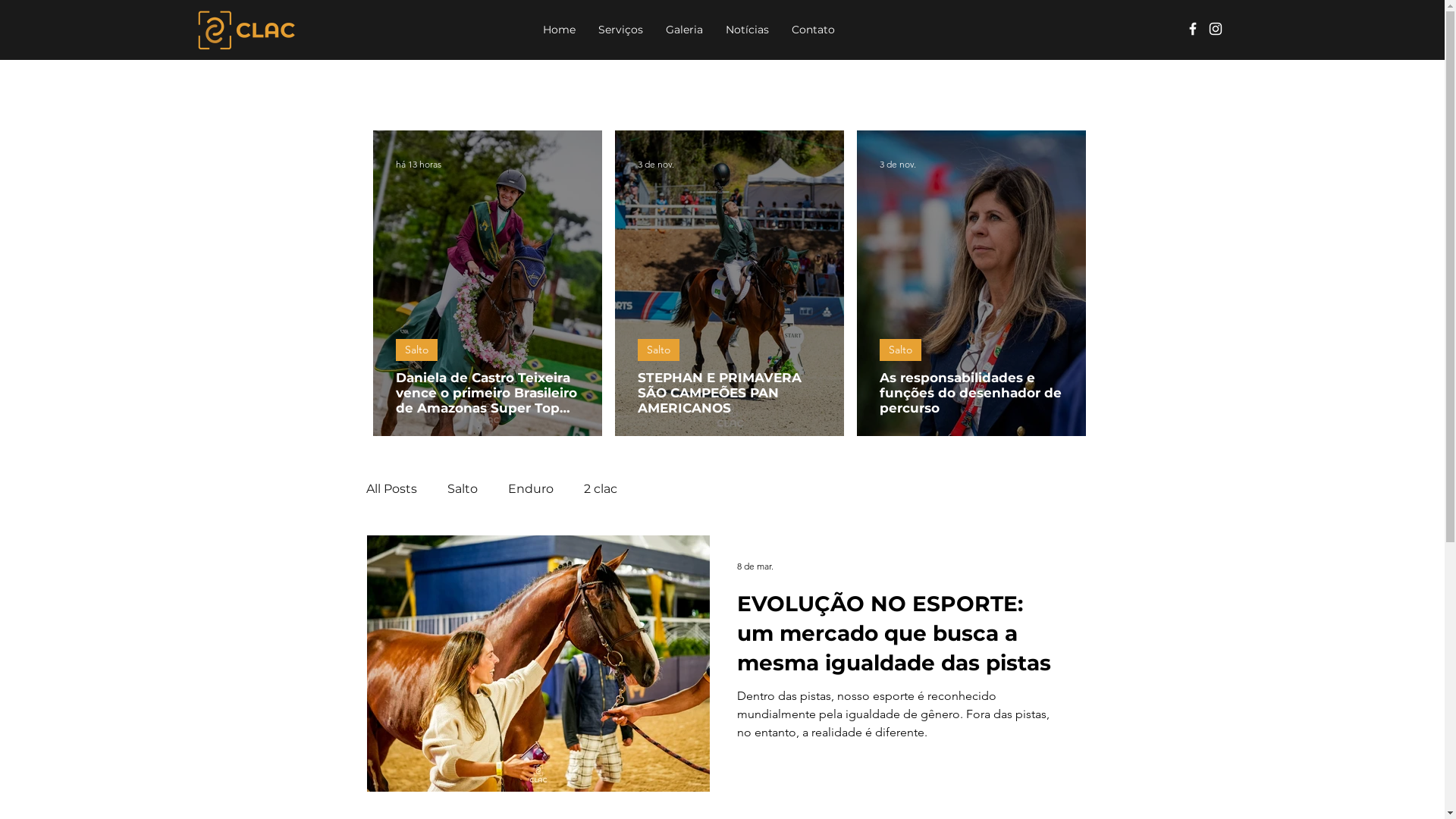  Describe the element at coordinates (461, 488) in the screenshot. I see `'Salto'` at that location.